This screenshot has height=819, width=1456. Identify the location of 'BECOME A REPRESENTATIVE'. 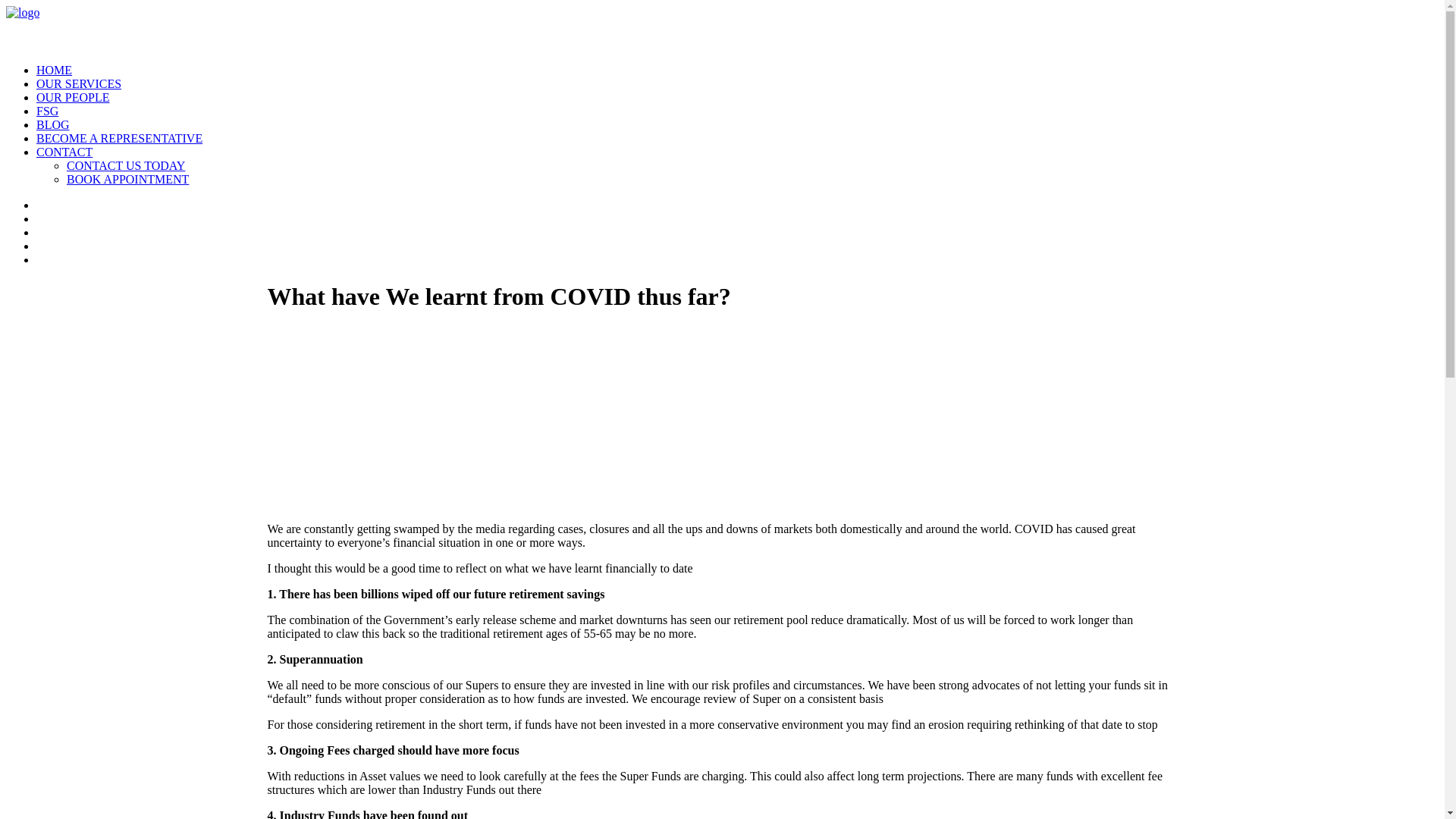
(36, 138).